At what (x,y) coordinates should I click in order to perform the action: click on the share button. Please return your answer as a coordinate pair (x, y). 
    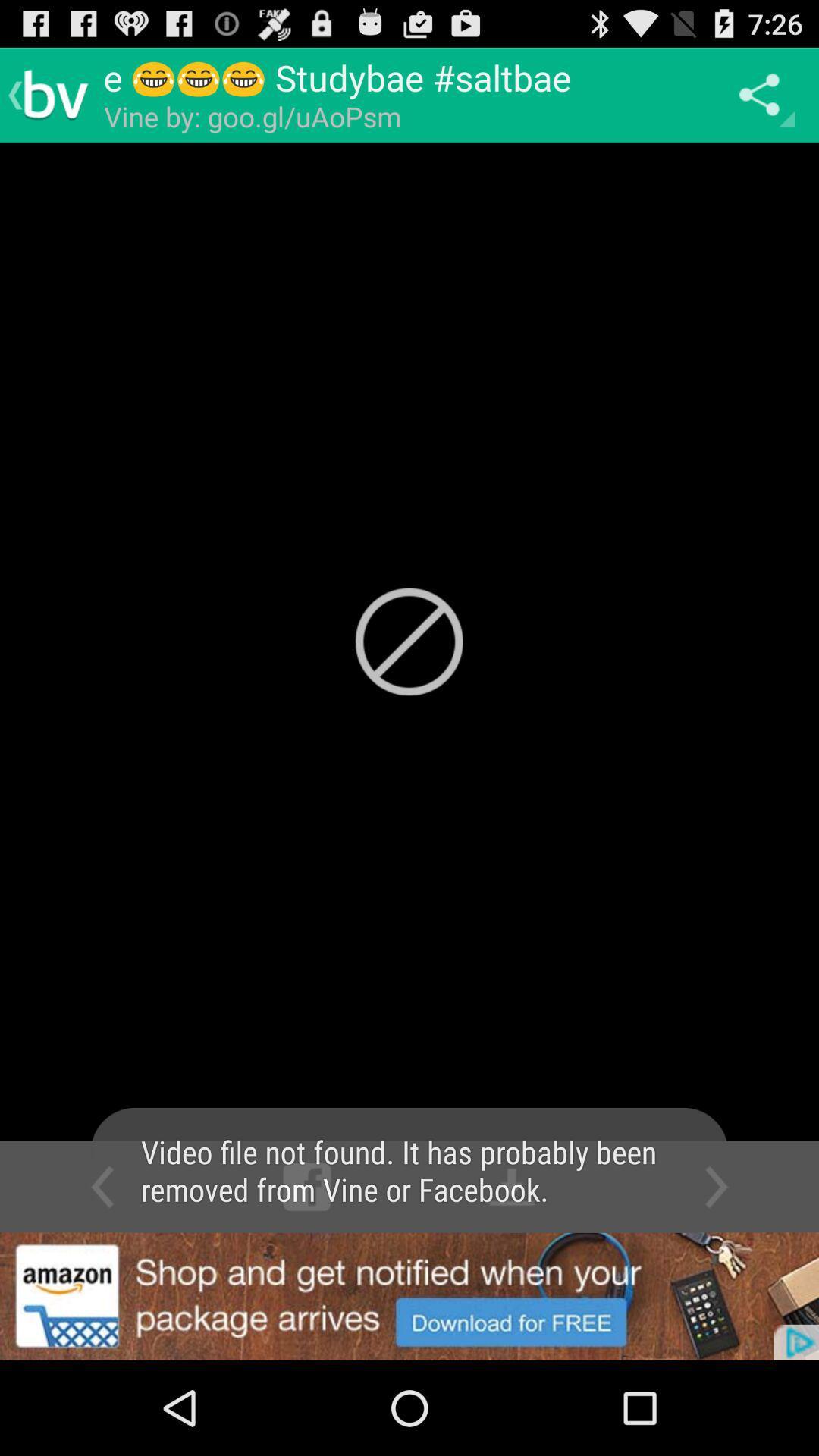
    Looking at the image, I should click on (763, 94).